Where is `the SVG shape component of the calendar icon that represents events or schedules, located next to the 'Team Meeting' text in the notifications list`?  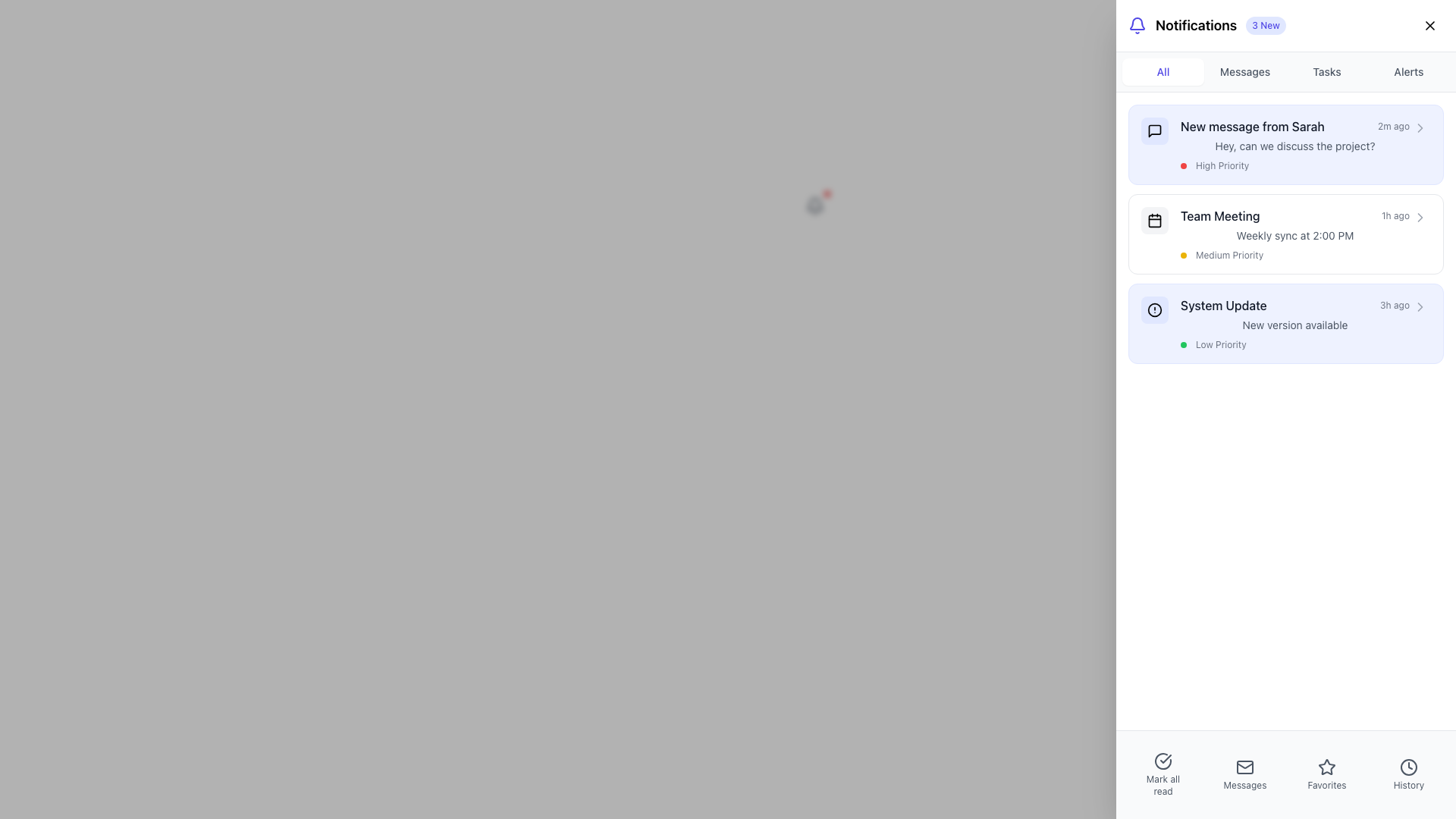
the SVG shape component of the calendar icon that represents events or schedules, located next to the 'Team Meeting' text in the notifications list is located at coordinates (1153, 220).